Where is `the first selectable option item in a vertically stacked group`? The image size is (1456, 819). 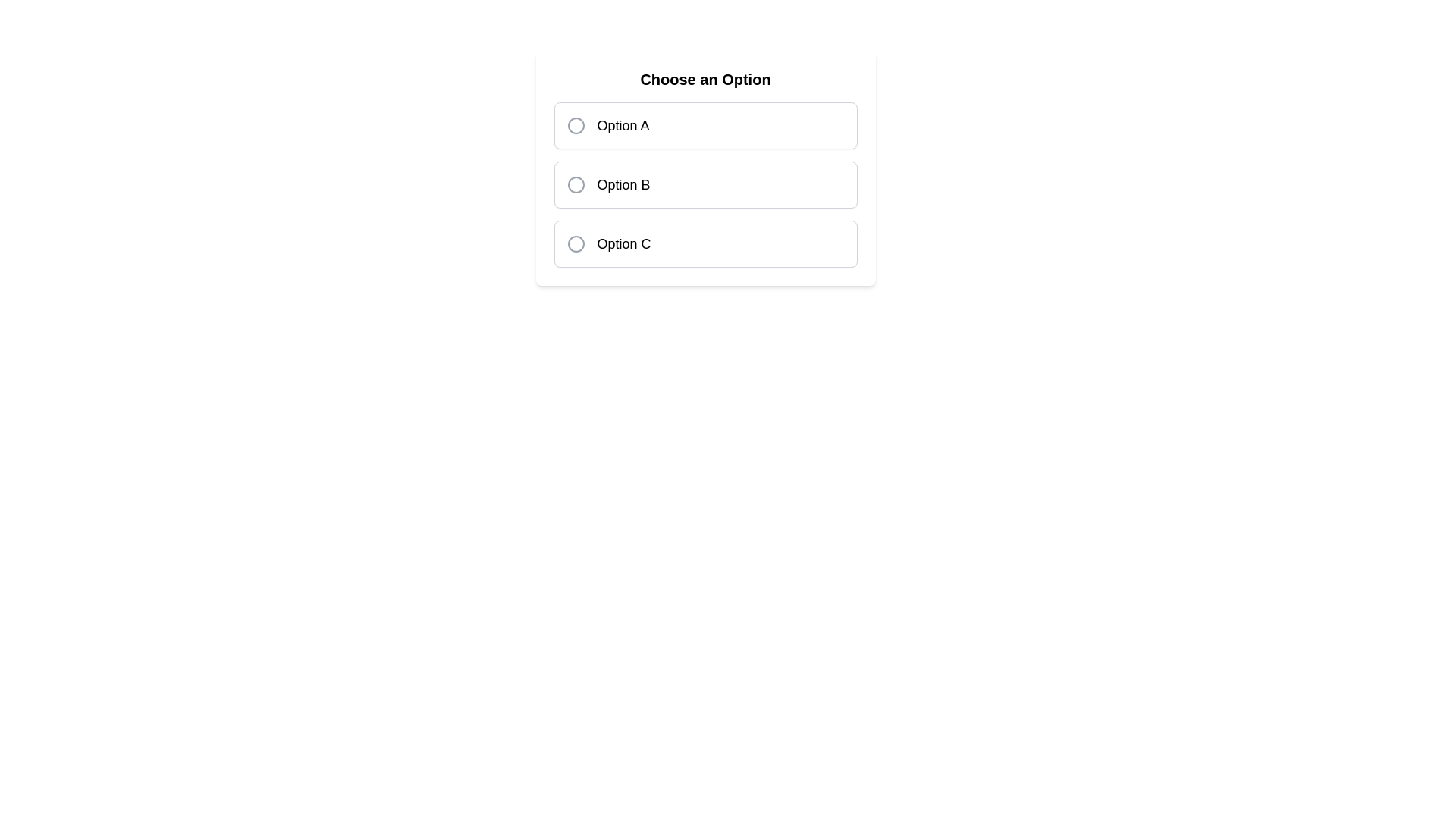
the first selectable option item in a vertically stacked group is located at coordinates (704, 124).